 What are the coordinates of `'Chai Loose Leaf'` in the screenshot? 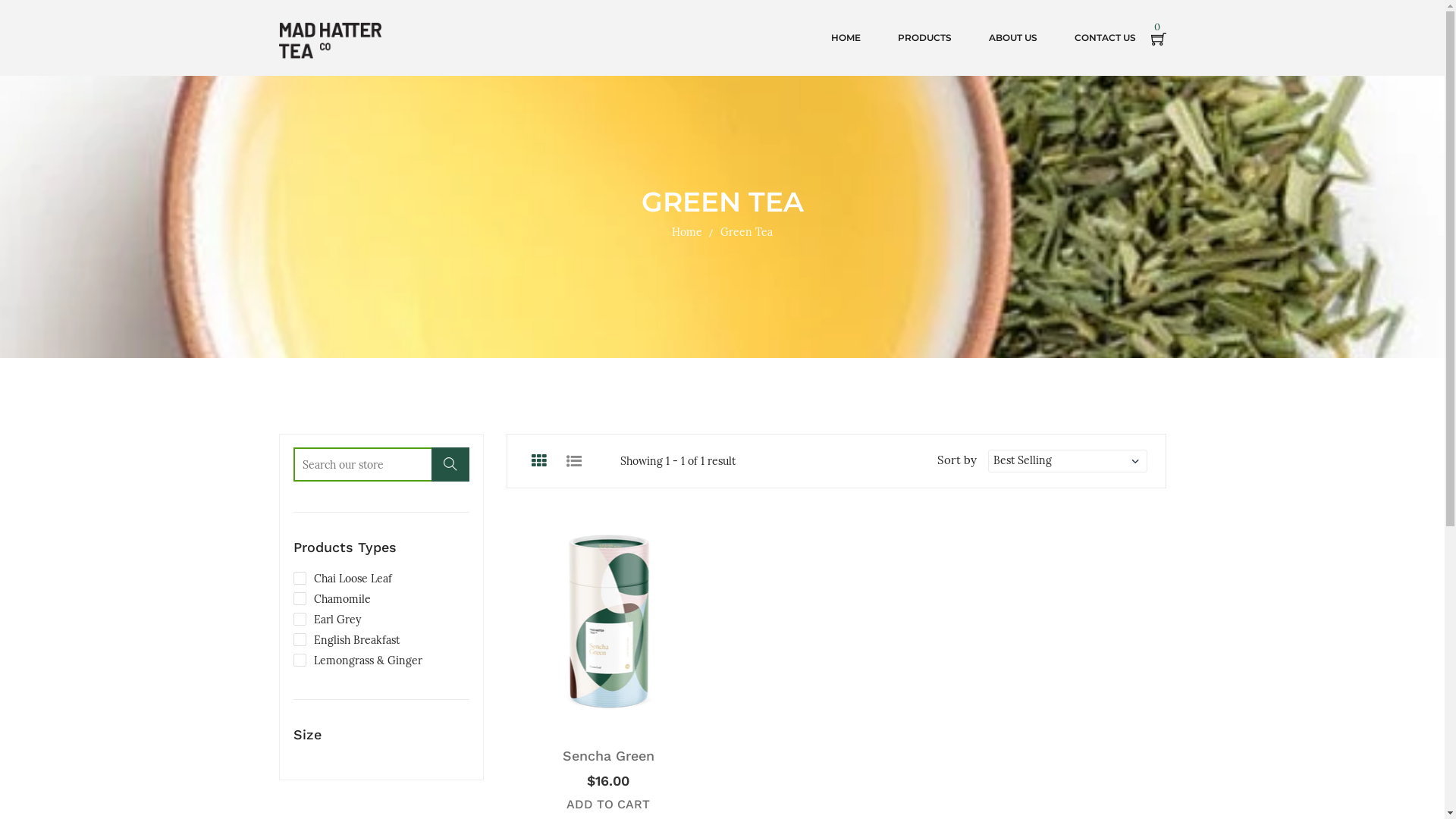 It's located at (292, 579).